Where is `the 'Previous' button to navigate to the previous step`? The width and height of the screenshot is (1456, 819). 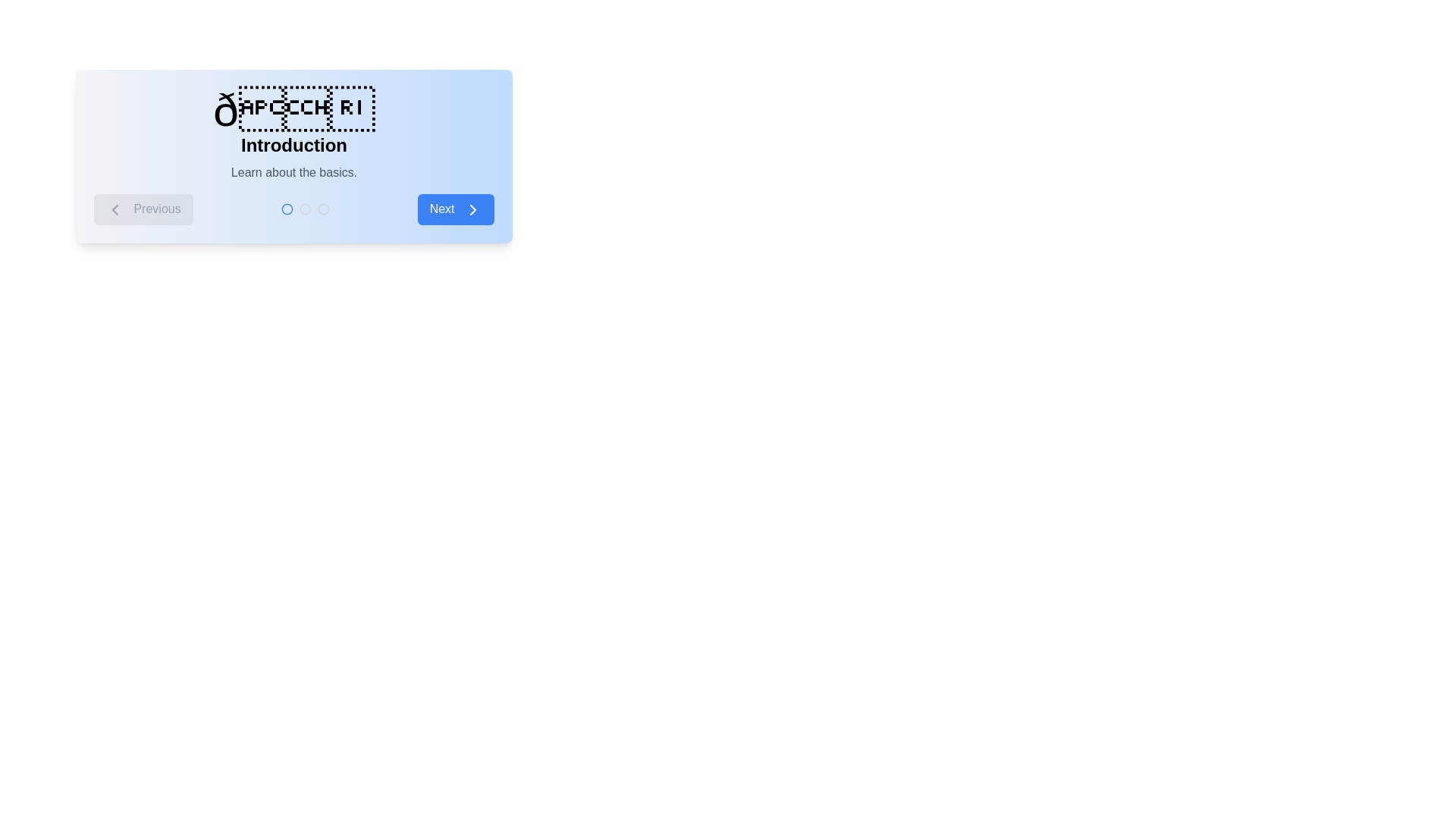 the 'Previous' button to navigate to the previous step is located at coordinates (143, 209).